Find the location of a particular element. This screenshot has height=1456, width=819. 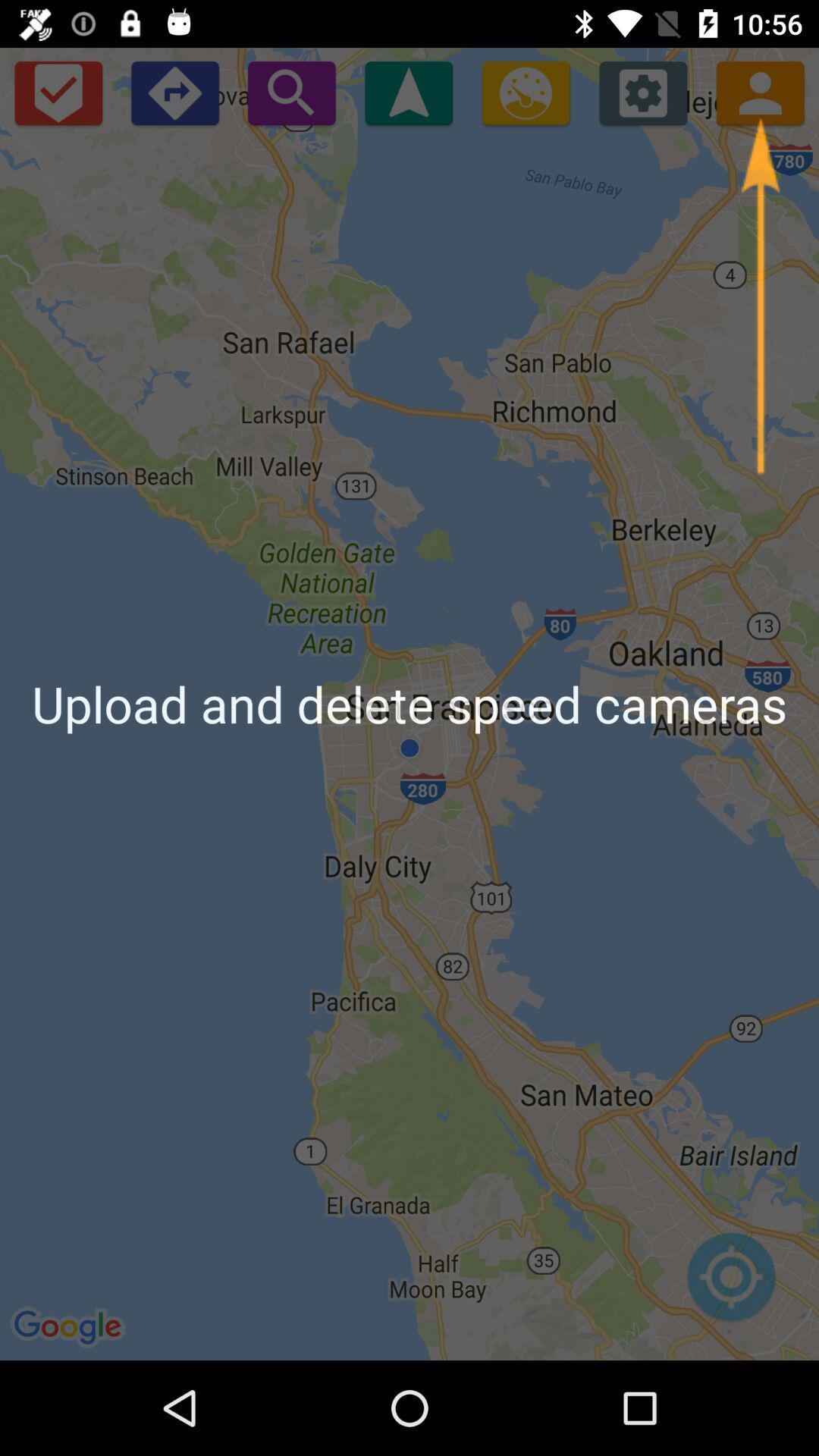

goto next page is located at coordinates (174, 92).